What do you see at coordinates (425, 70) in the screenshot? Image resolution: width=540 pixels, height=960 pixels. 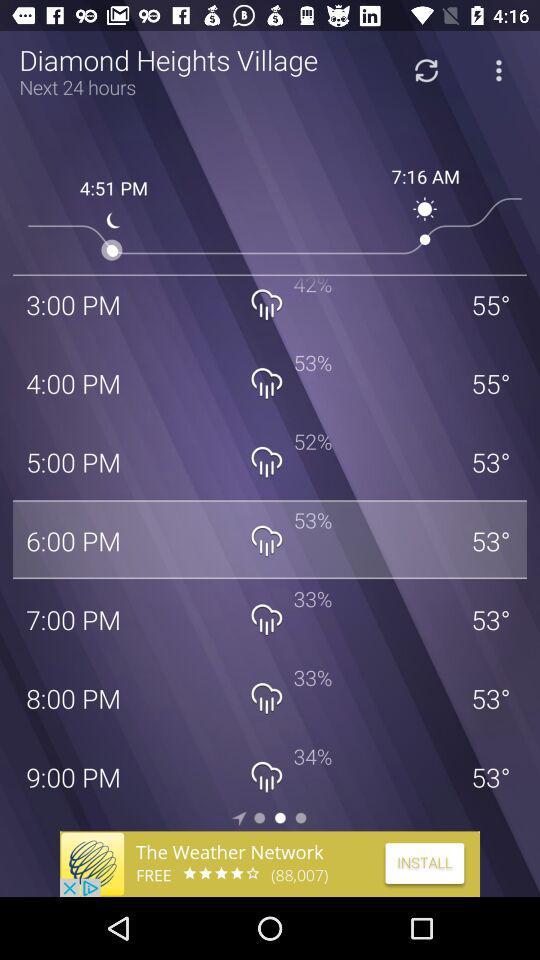 I see `reload` at bounding box center [425, 70].